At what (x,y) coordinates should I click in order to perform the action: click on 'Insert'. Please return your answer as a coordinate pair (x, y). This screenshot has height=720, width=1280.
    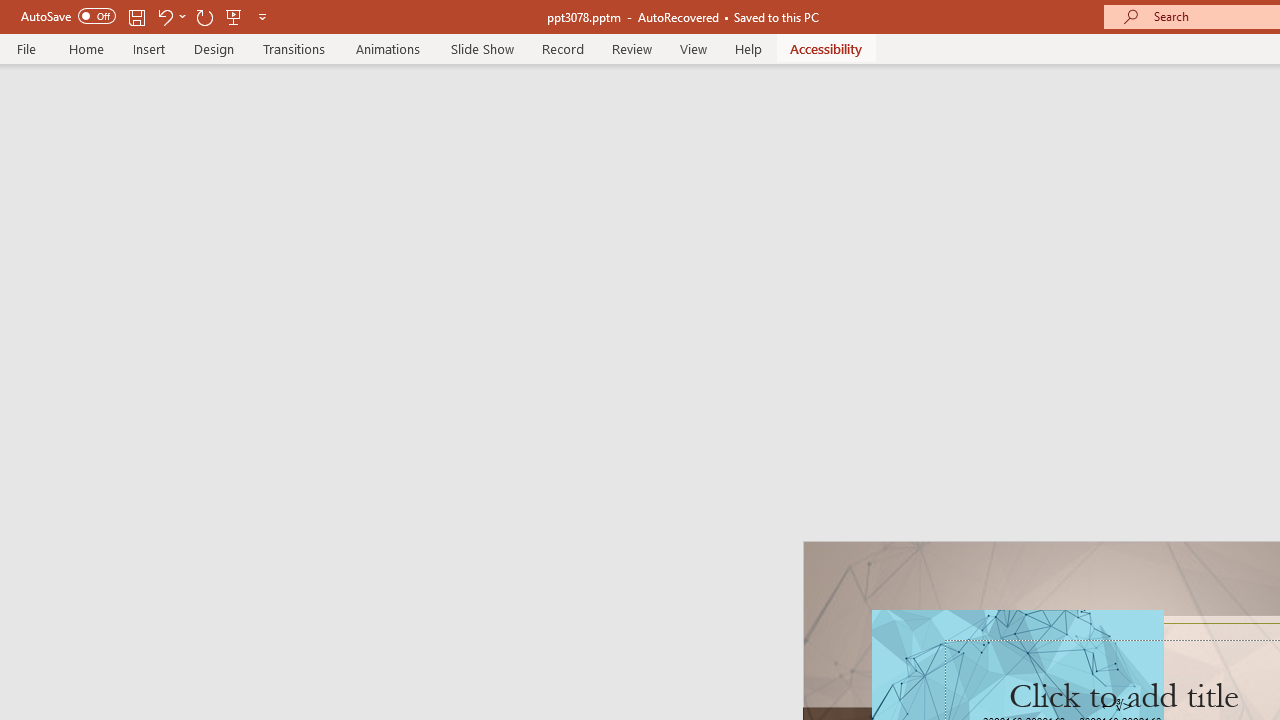
    Looking at the image, I should click on (148, 48).